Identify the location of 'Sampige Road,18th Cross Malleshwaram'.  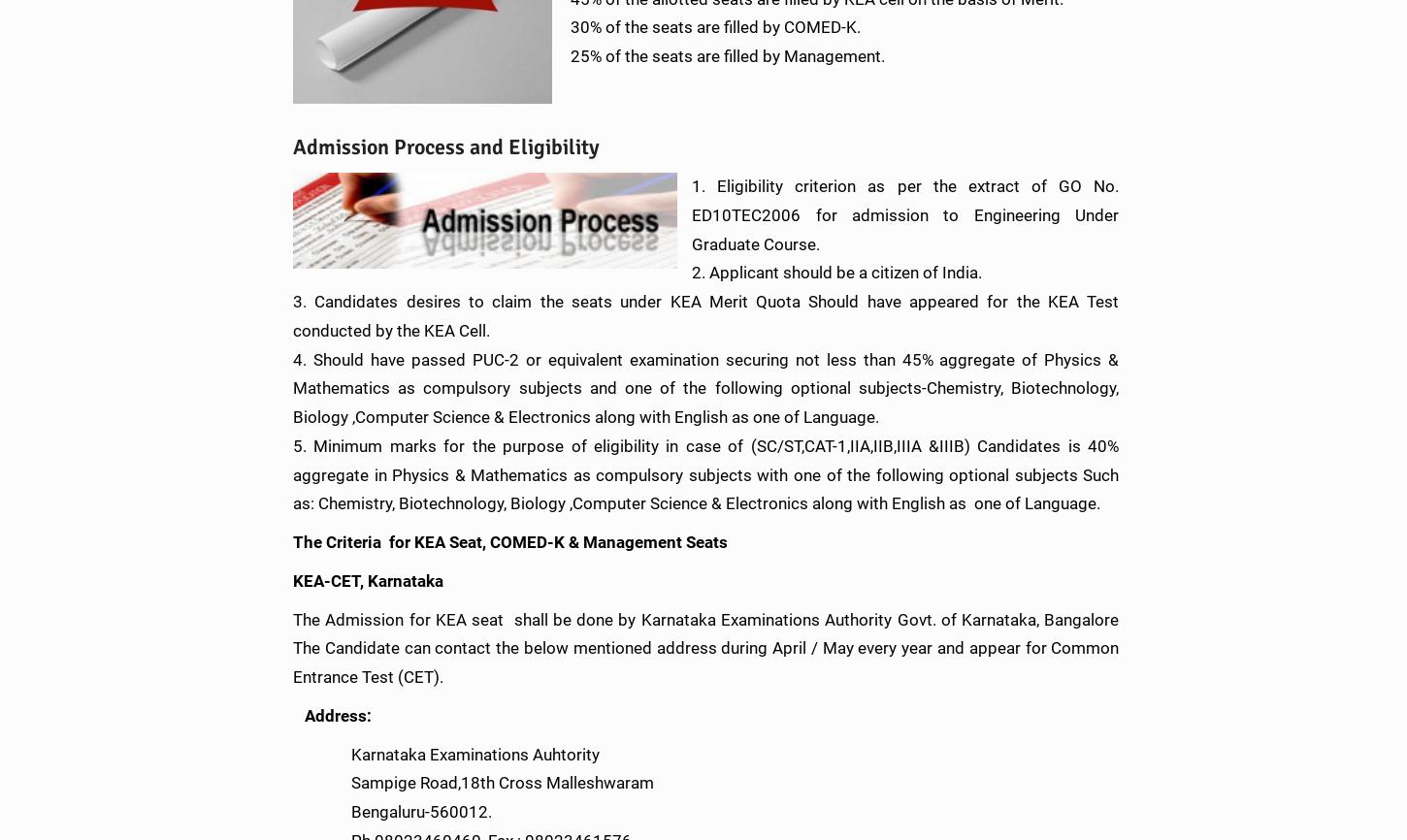
(293, 782).